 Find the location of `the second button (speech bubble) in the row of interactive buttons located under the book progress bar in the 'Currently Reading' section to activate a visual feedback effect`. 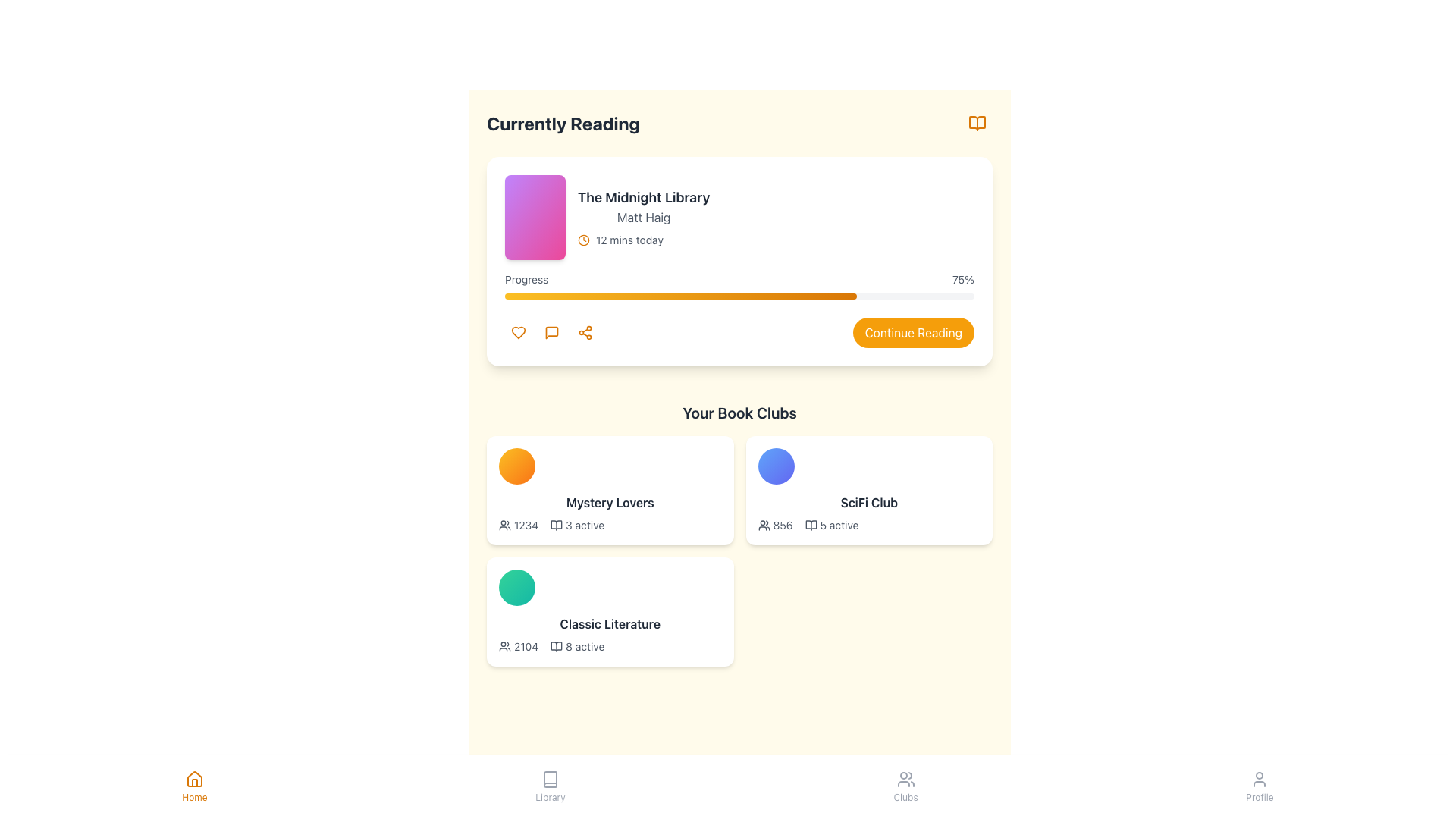

the second button (speech bubble) in the row of interactive buttons located under the book progress bar in the 'Currently Reading' section to activate a visual feedback effect is located at coordinates (551, 332).